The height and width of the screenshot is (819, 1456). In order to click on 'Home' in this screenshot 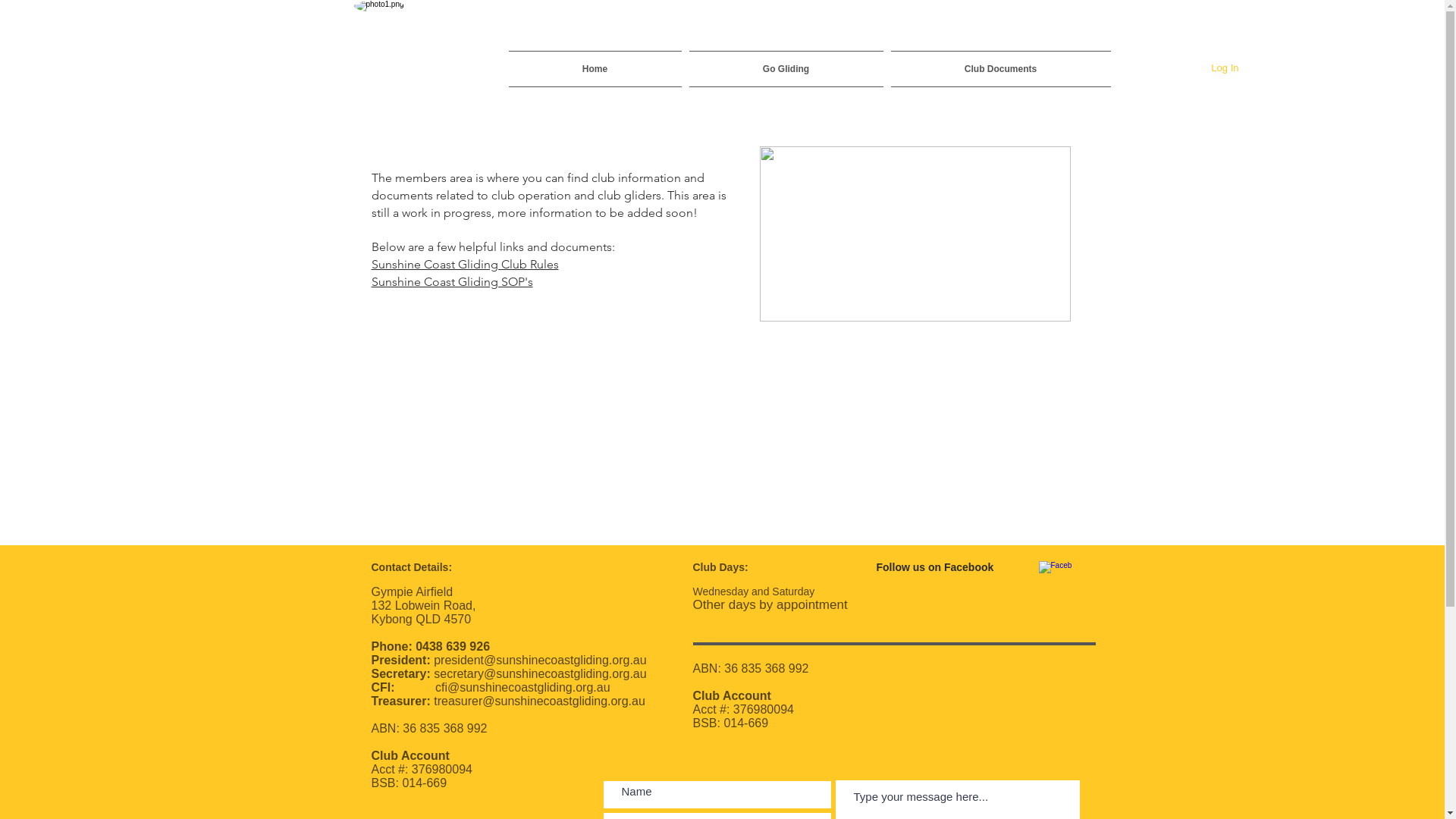, I will do `click(595, 69)`.